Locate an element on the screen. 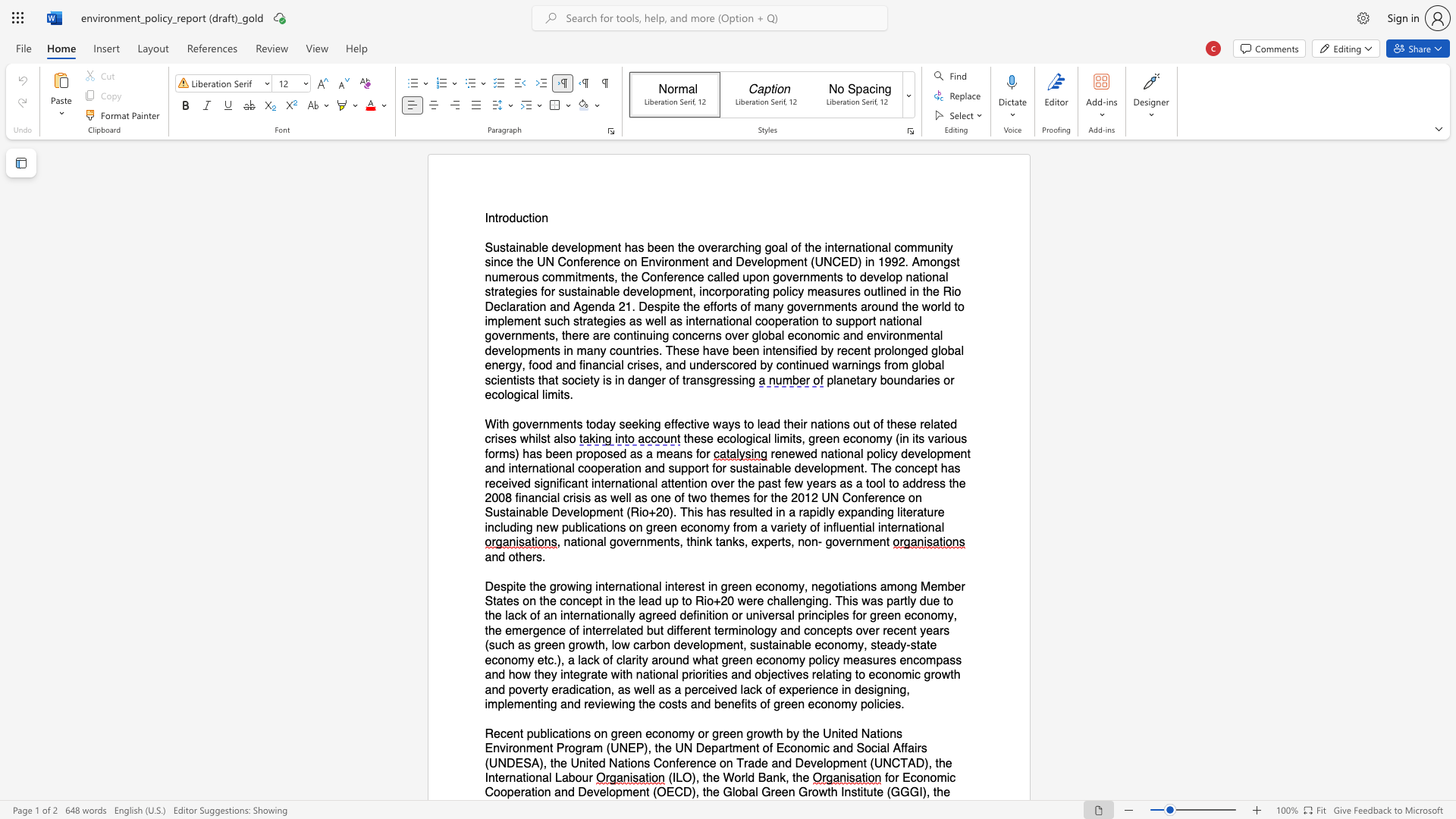 The image size is (1456, 819). the subset text "imits" within the text "planetary boundaries or ecological limits." is located at coordinates (544, 394).